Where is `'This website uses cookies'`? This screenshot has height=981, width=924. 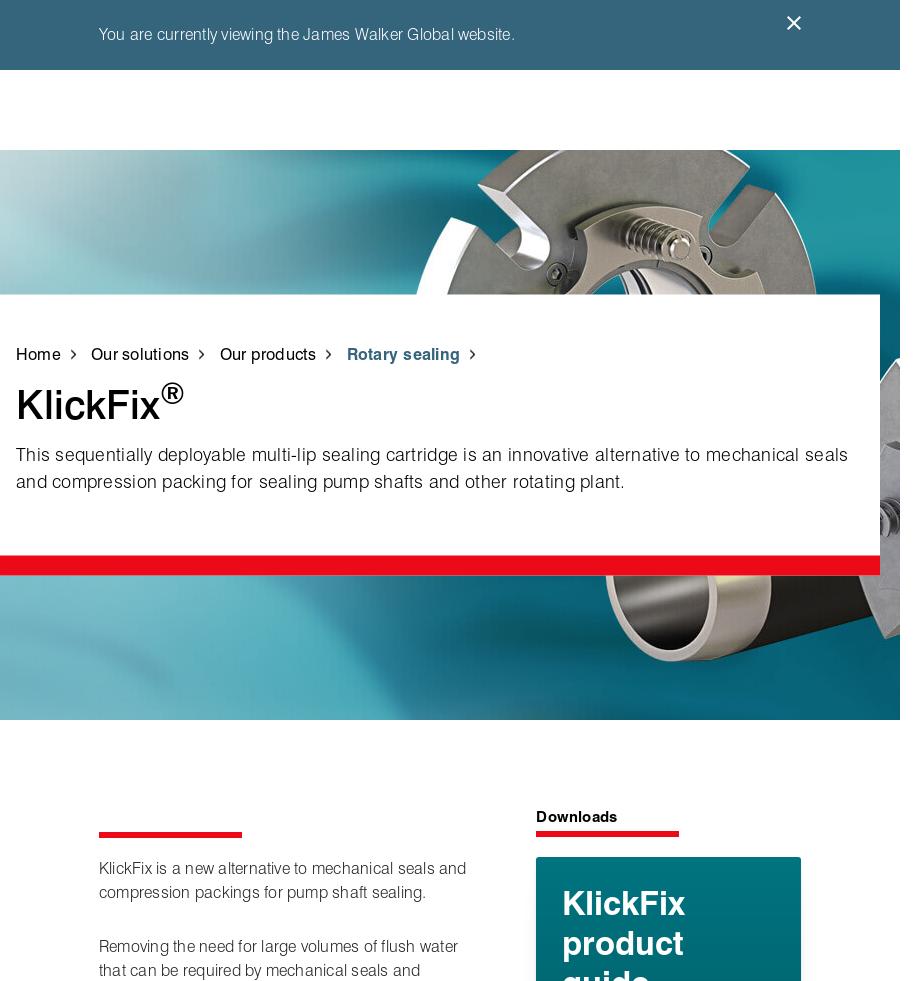 'This website uses cookies' is located at coordinates (119, 405).